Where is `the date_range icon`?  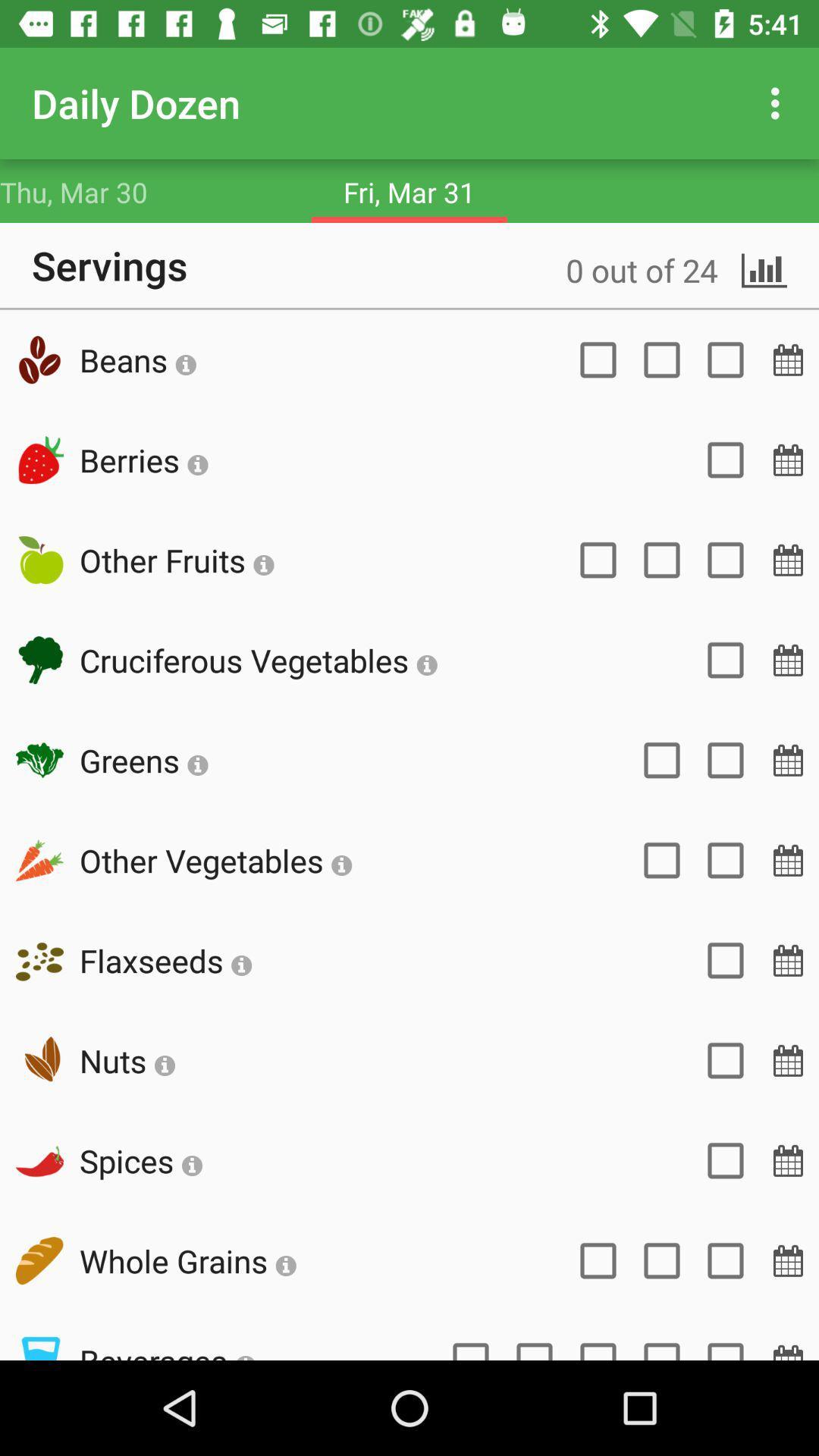
the date_range icon is located at coordinates (787, 860).